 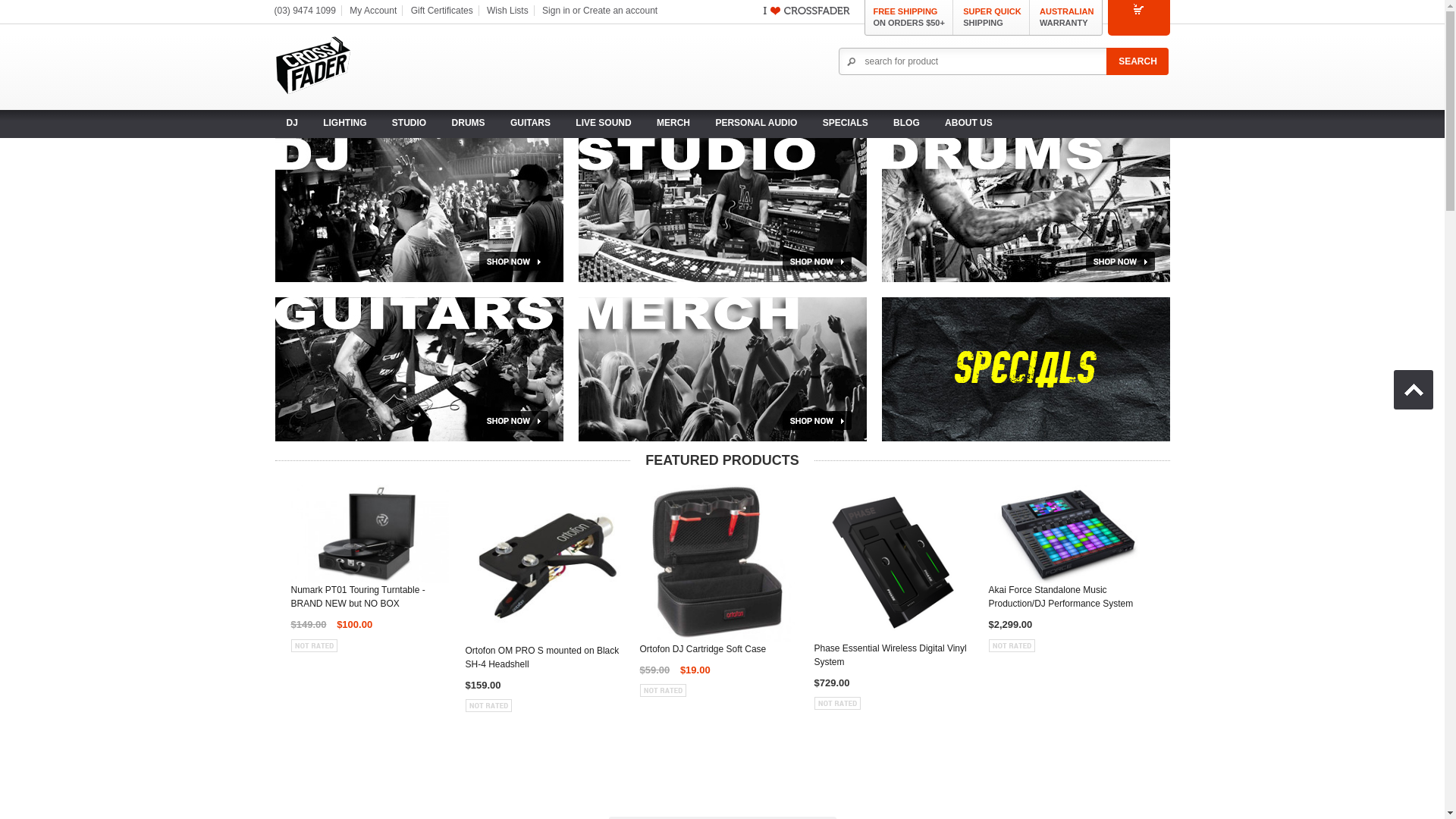 What do you see at coordinates (1025, 369) in the screenshot?
I see `'Crossfader Specials'` at bounding box center [1025, 369].